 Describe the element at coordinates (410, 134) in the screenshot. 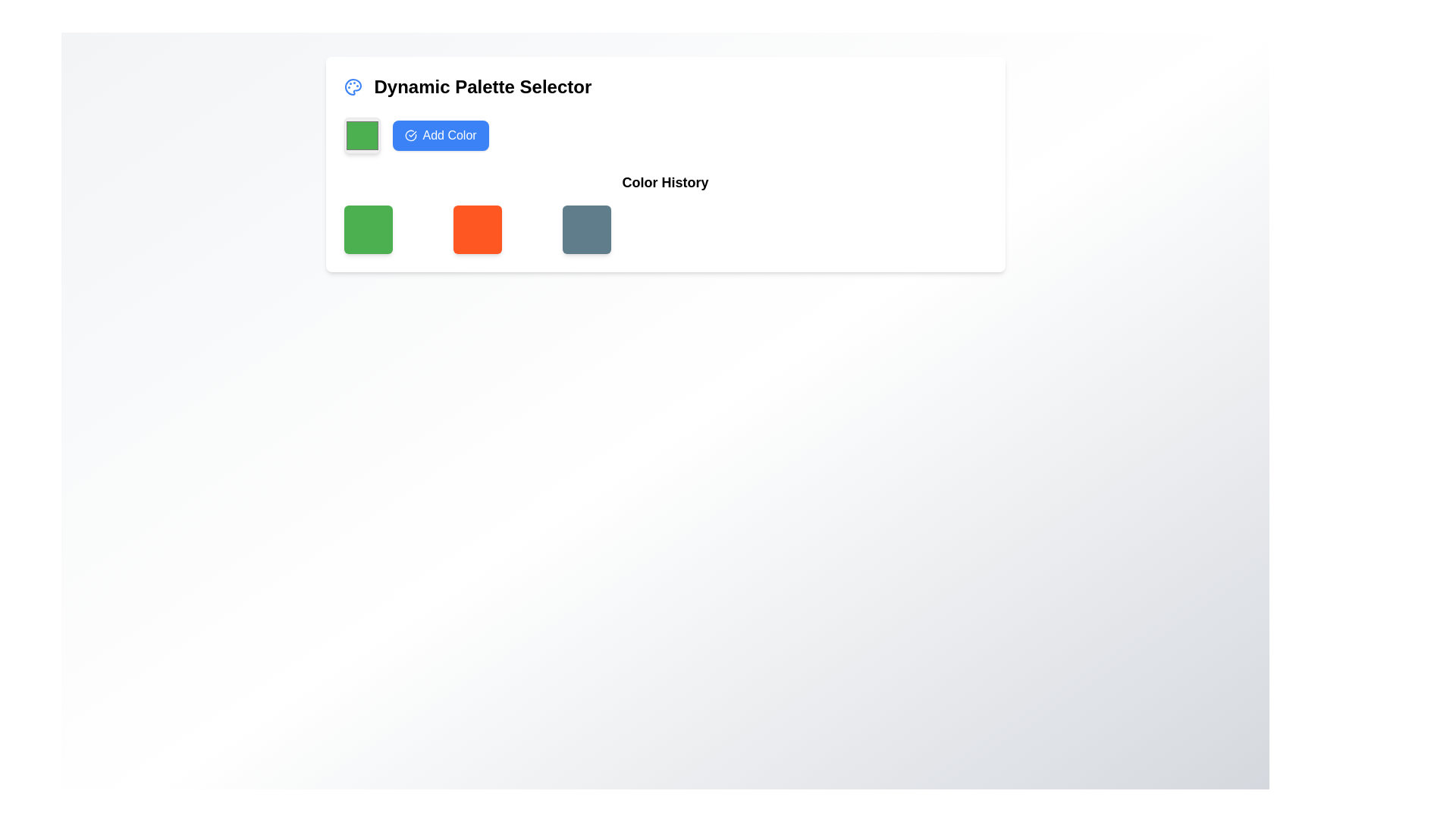

I see `the circular icon with a checkmark inside, located to the left of the 'Add Color' text in the palette selection interface` at that location.